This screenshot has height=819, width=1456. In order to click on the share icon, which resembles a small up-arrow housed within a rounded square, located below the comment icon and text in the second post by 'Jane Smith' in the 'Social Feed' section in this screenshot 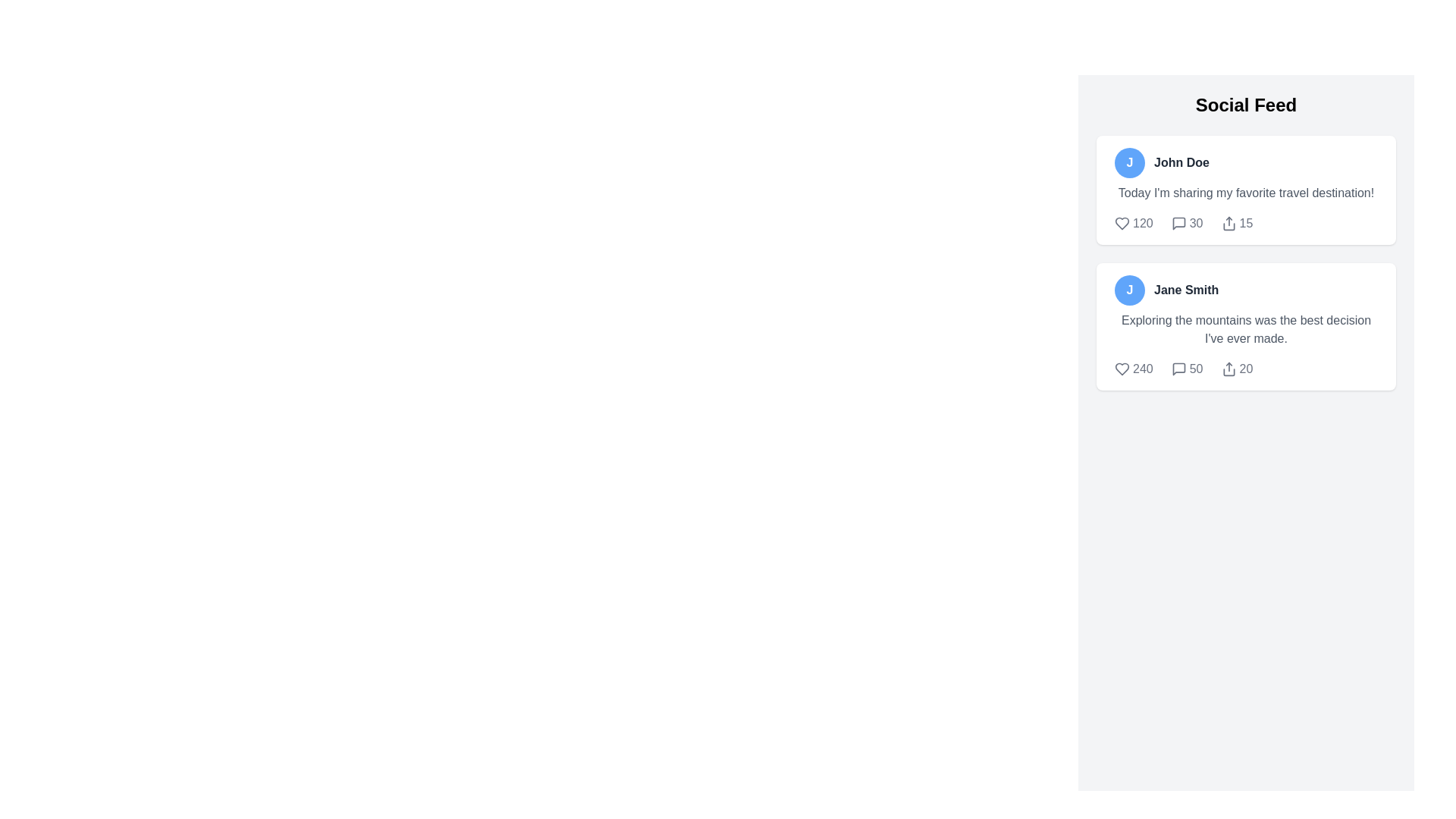, I will do `click(1228, 369)`.